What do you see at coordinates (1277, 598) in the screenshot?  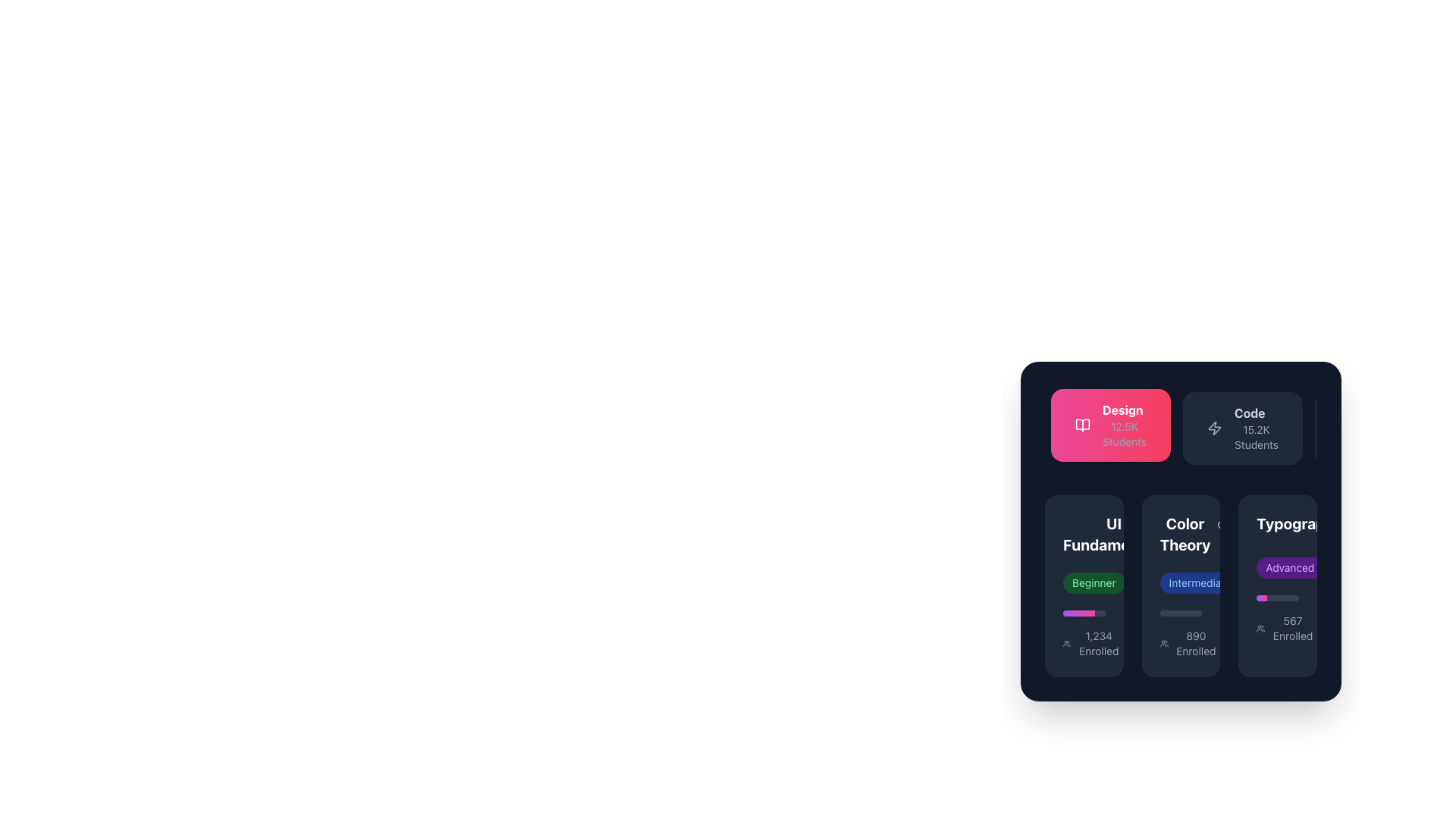 I see `the progress visualization of the horizontal progress bar located in the Typography section, which is centrally positioned below the Advanced badge and above the text '567 Enrolled'` at bounding box center [1277, 598].